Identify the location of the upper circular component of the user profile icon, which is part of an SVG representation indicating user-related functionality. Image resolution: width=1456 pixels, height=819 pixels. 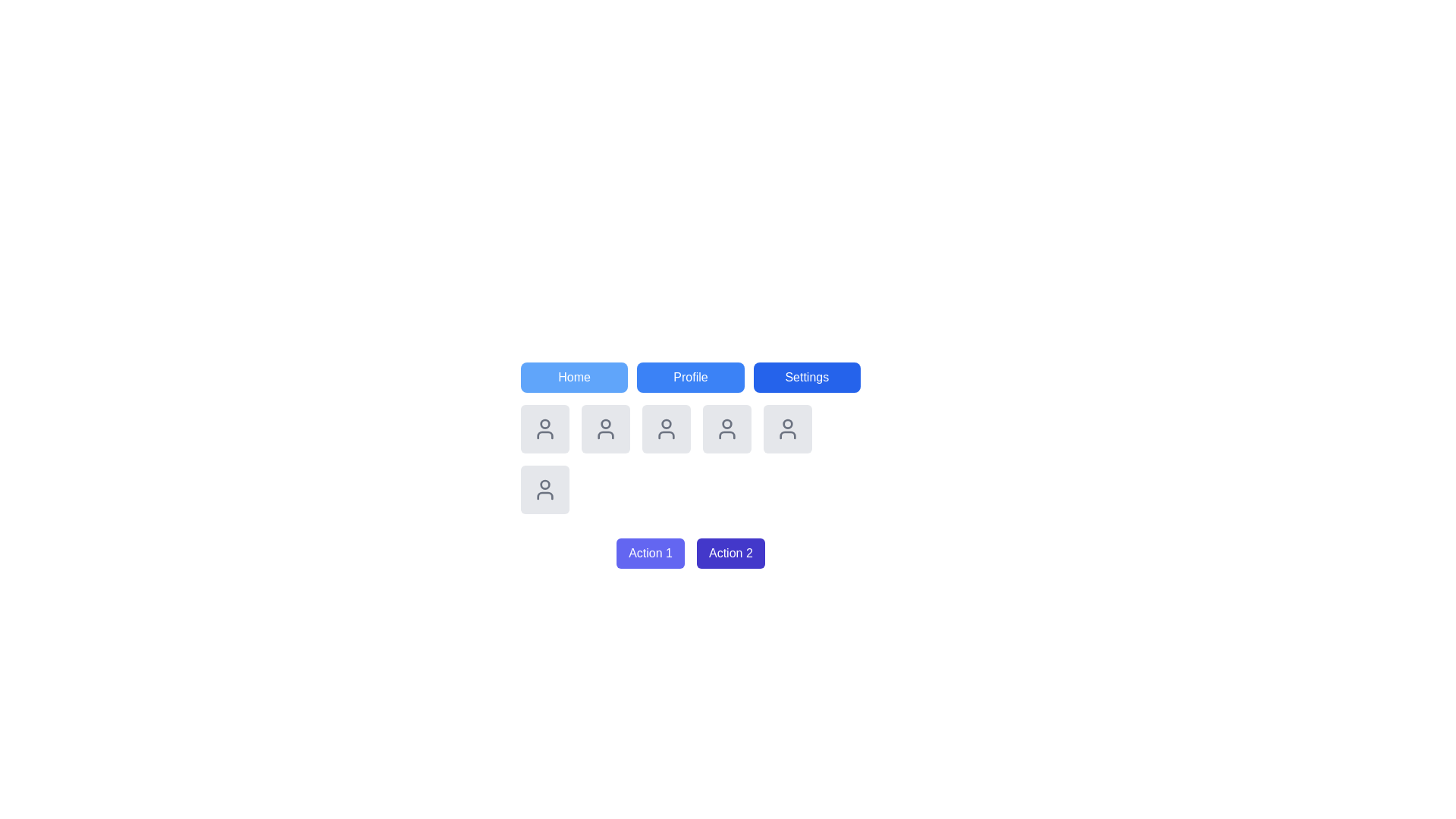
(787, 424).